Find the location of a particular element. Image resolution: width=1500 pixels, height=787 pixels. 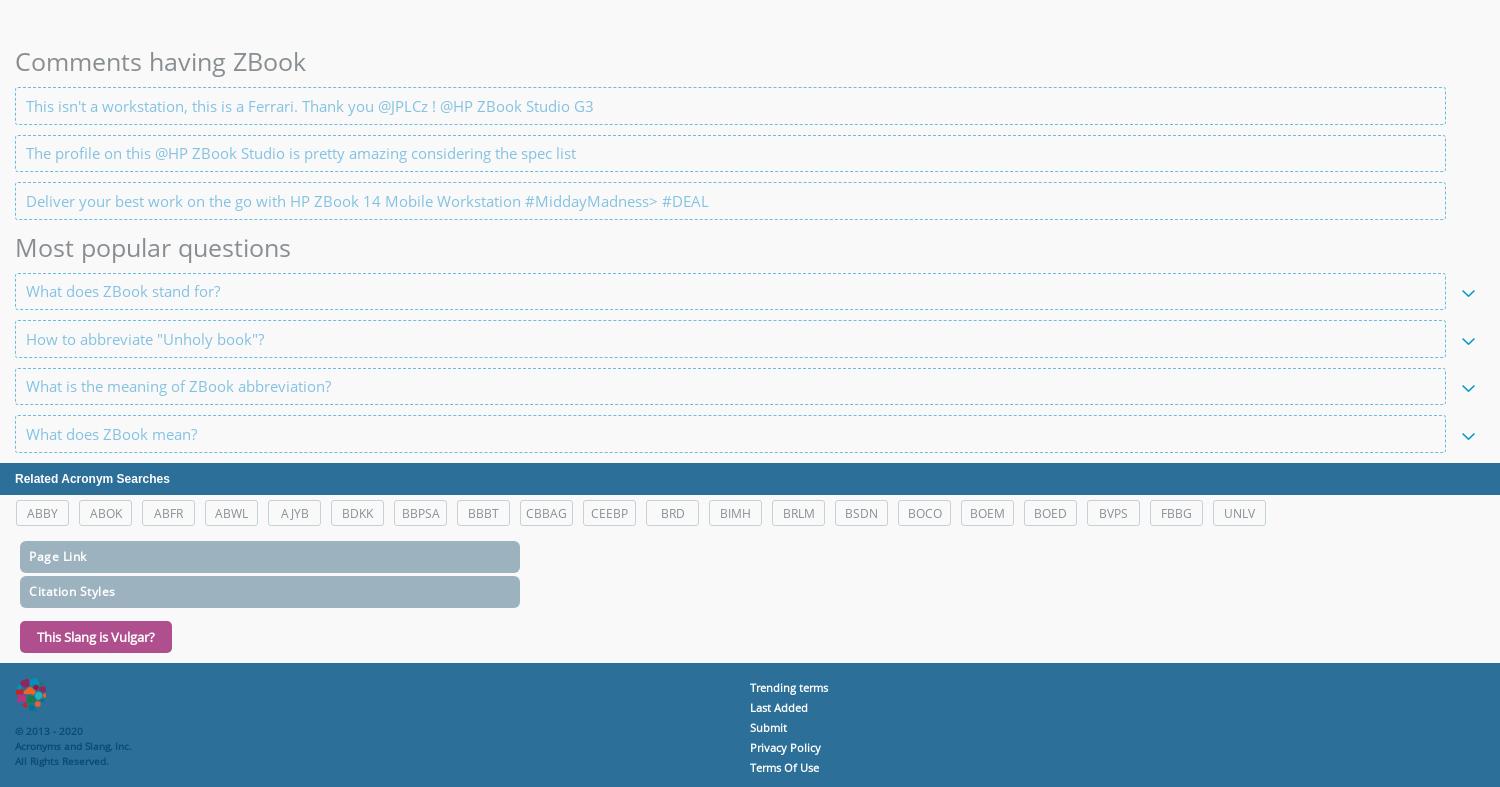

'ABOK' is located at coordinates (104, 512).